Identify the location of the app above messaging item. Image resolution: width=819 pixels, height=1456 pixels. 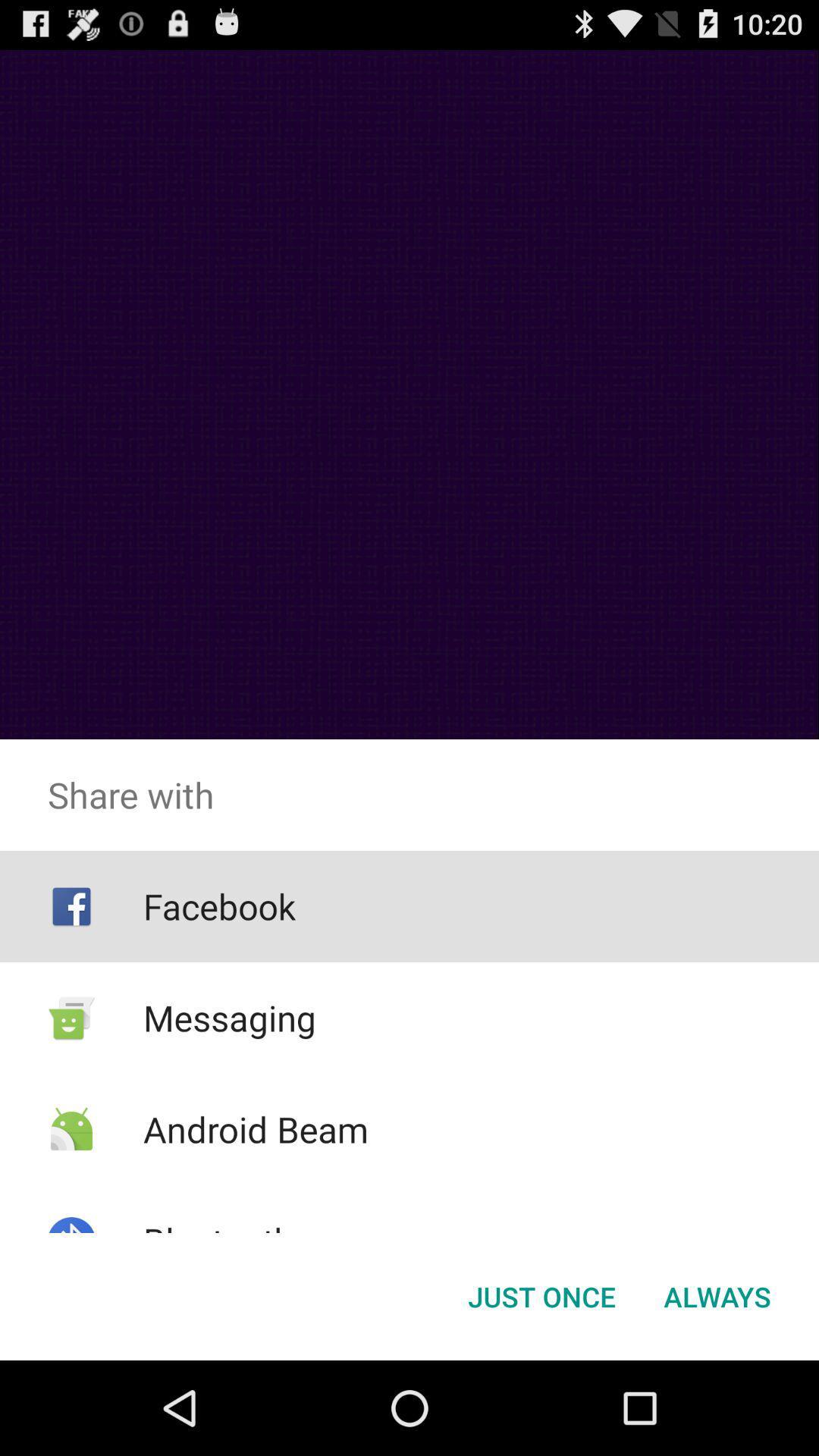
(219, 906).